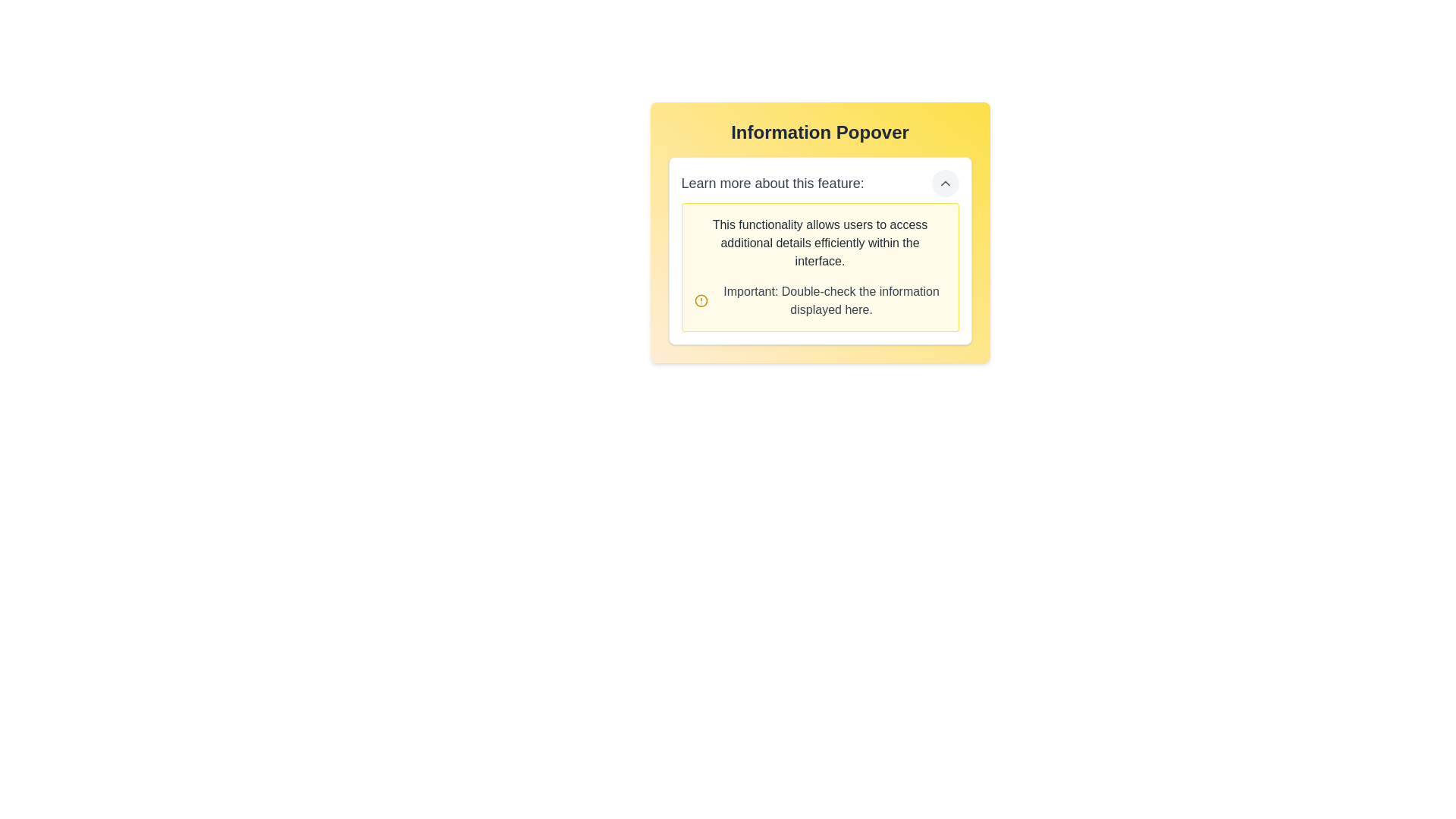  I want to click on the upward-pointing chevron icon button located in the upper-right corner of the popover, so click(944, 183).